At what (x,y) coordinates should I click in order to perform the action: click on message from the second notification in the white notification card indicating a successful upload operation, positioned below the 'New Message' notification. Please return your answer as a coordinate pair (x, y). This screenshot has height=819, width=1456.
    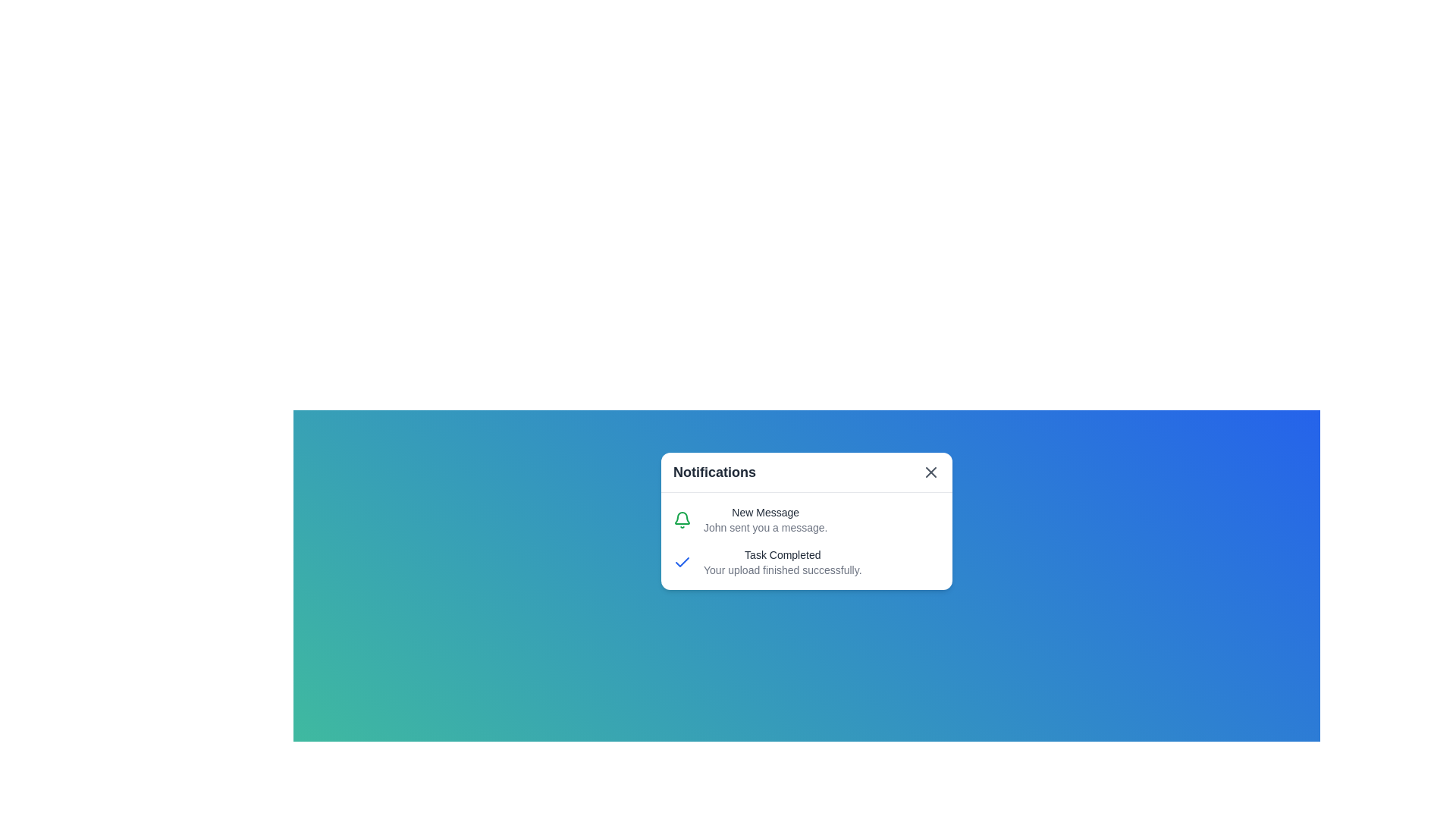
    Looking at the image, I should click on (806, 562).